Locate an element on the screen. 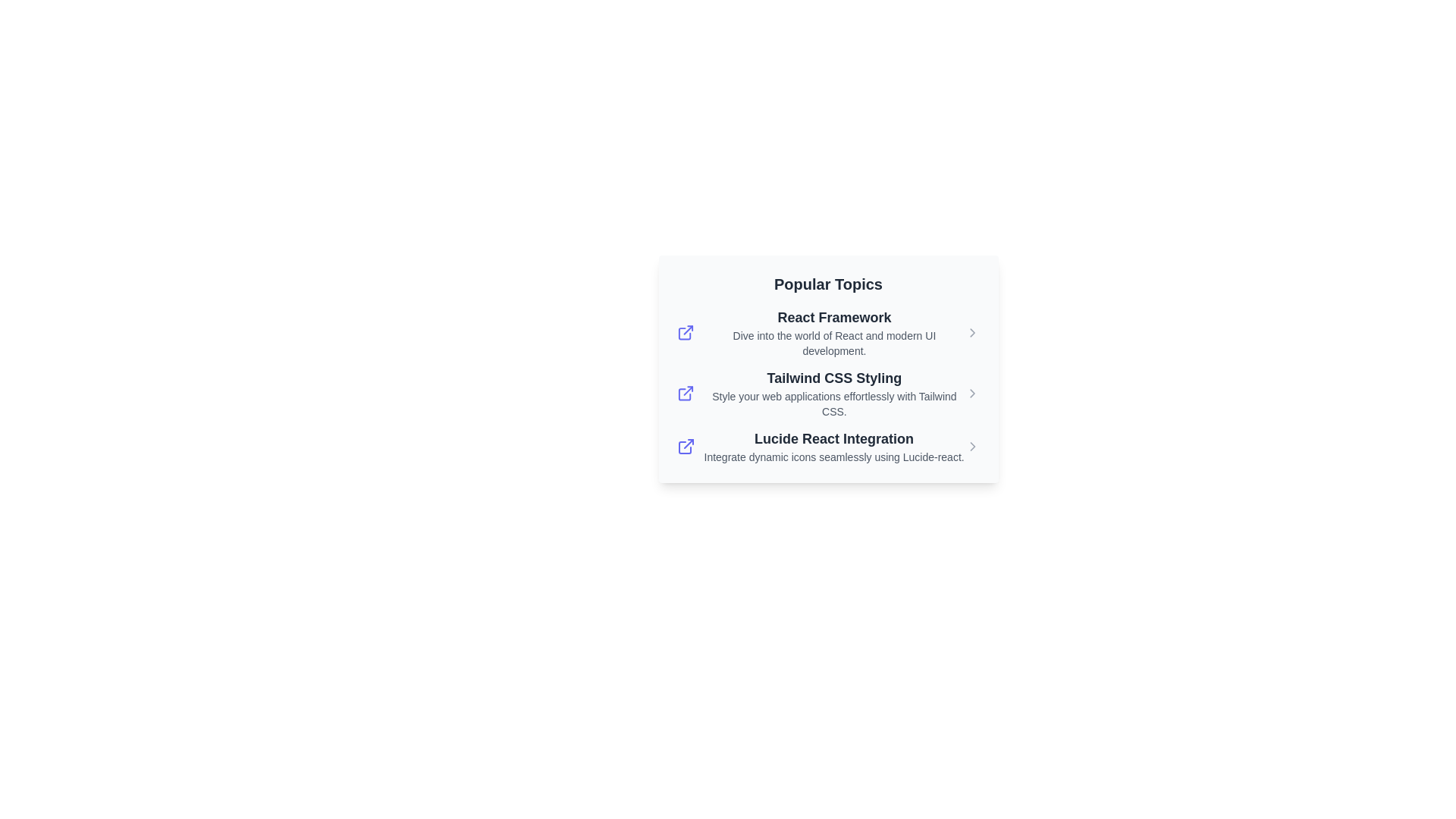 The width and height of the screenshot is (1456, 819). the interactive card titled 'Tailwind CSS Styling' is located at coordinates (827, 393).